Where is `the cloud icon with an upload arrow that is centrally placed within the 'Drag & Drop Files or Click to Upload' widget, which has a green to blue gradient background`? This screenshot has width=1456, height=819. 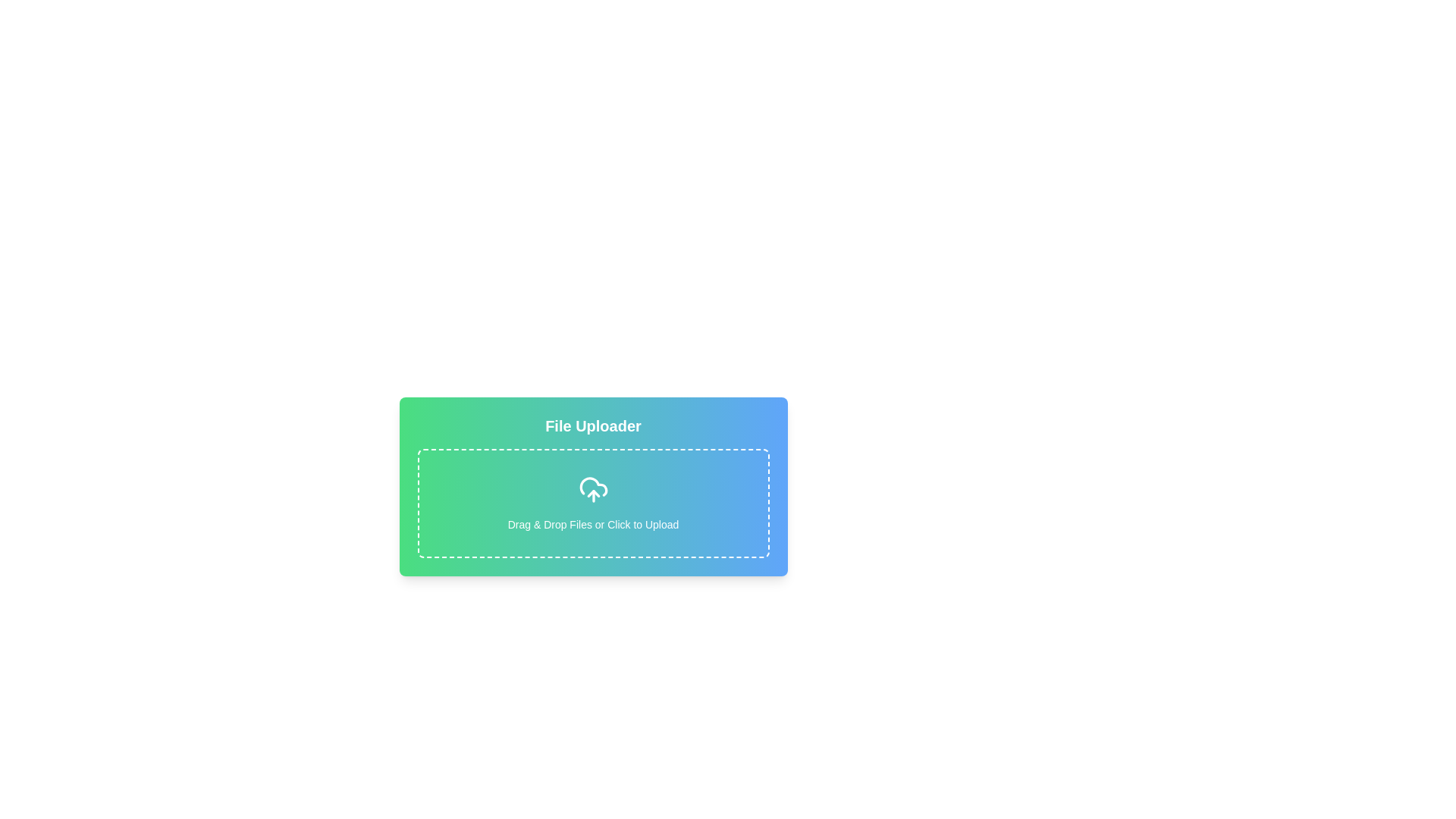 the cloud icon with an upload arrow that is centrally placed within the 'Drag & Drop Files or Click to Upload' widget, which has a green to blue gradient background is located at coordinates (592, 489).